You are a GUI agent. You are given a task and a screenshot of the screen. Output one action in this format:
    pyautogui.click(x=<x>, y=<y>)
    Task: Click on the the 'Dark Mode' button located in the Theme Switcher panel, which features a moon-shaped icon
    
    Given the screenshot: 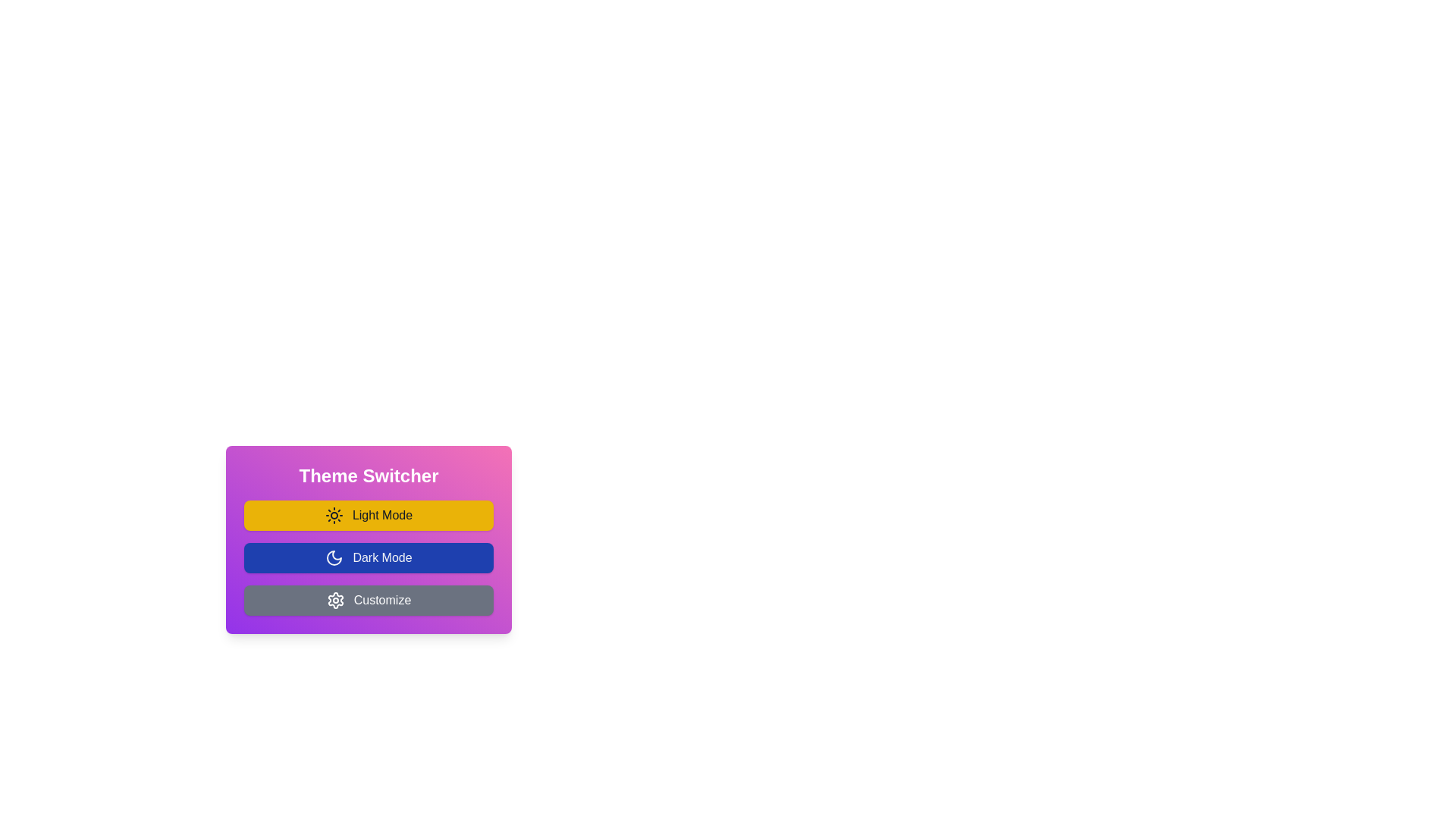 What is the action you would take?
    pyautogui.click(x=334, y=558)
    